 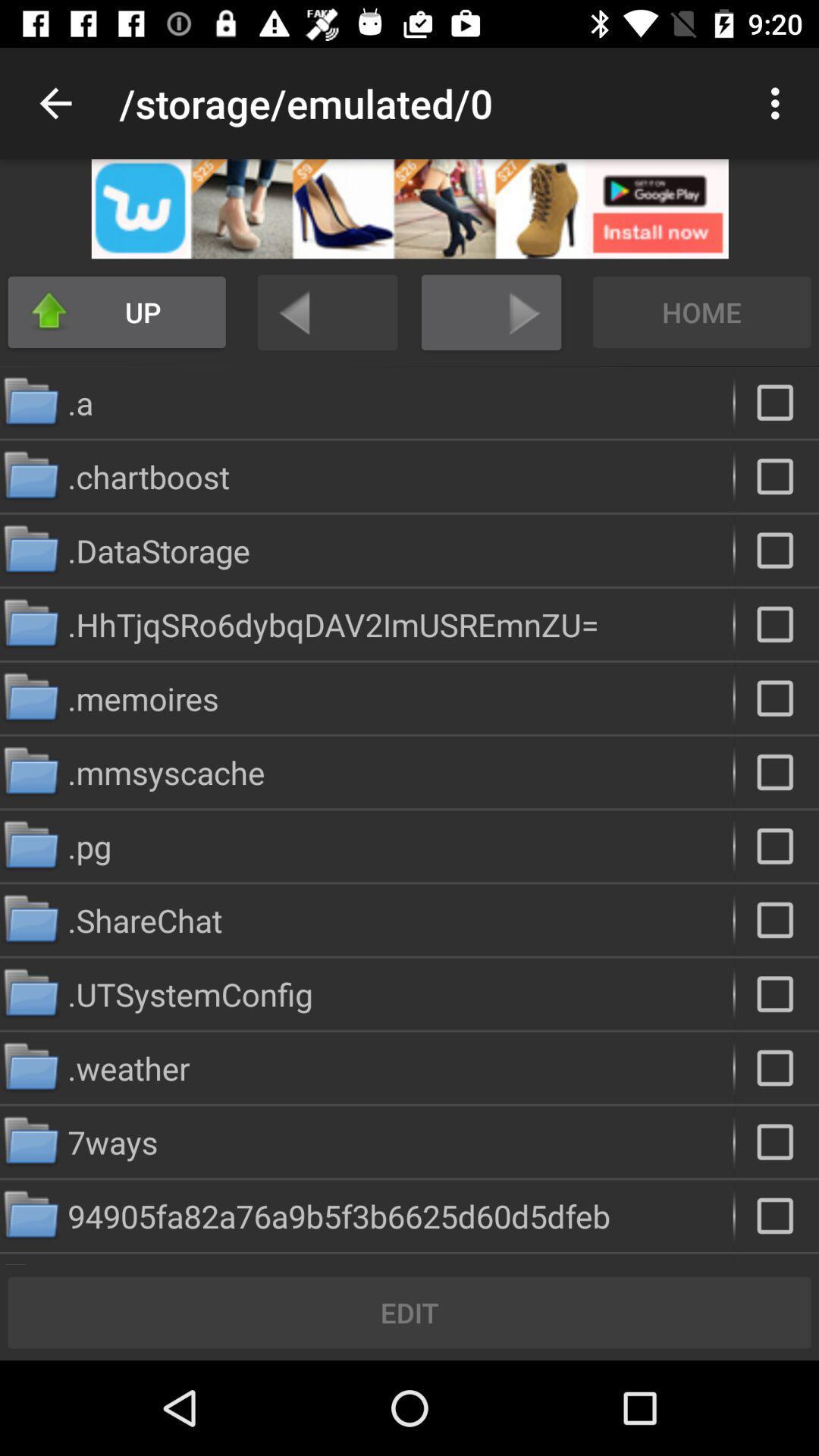 I want to click on folder select checkbox, so click(x=777, y=549).